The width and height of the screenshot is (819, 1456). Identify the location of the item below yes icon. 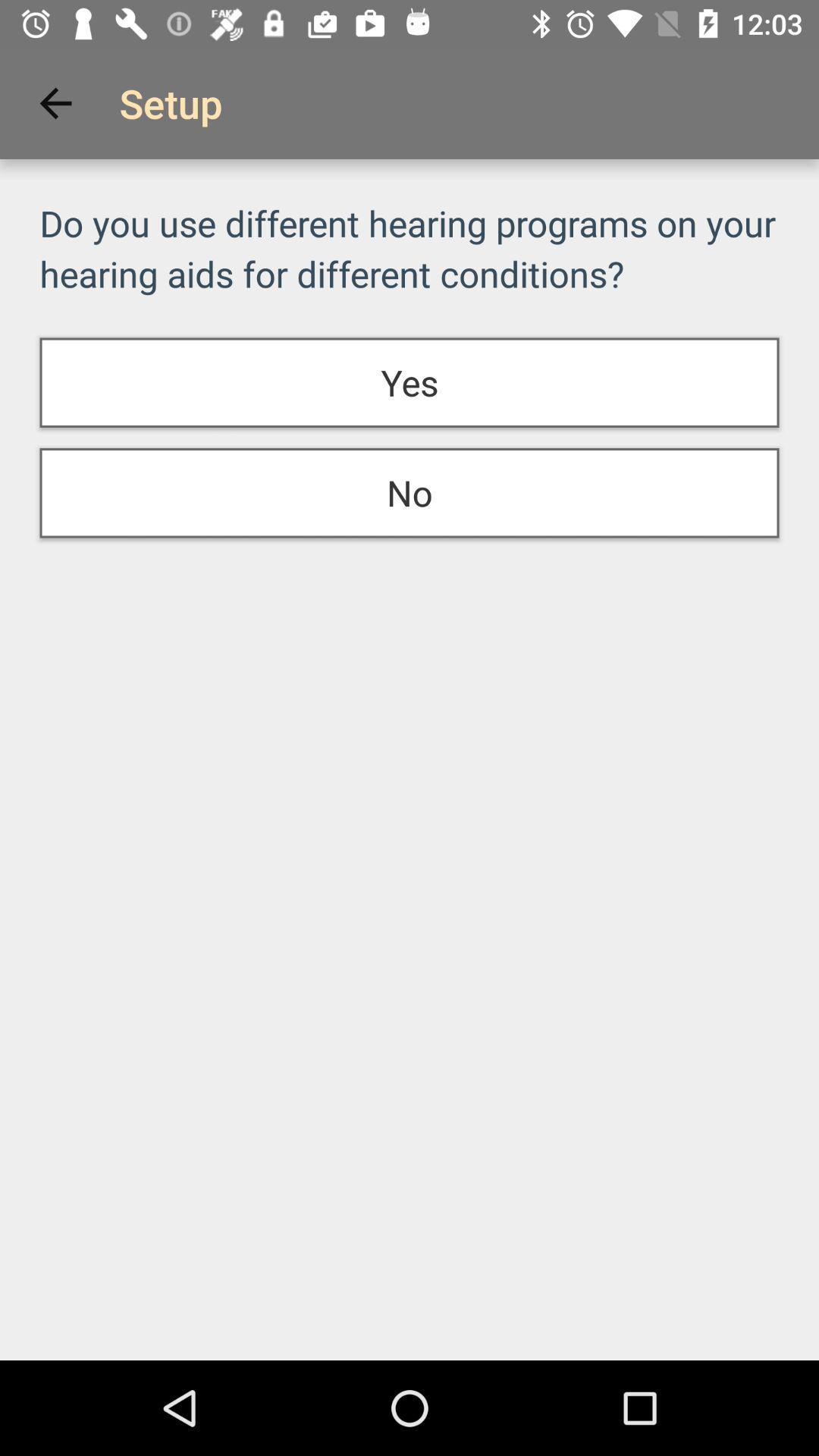
(409, 493).